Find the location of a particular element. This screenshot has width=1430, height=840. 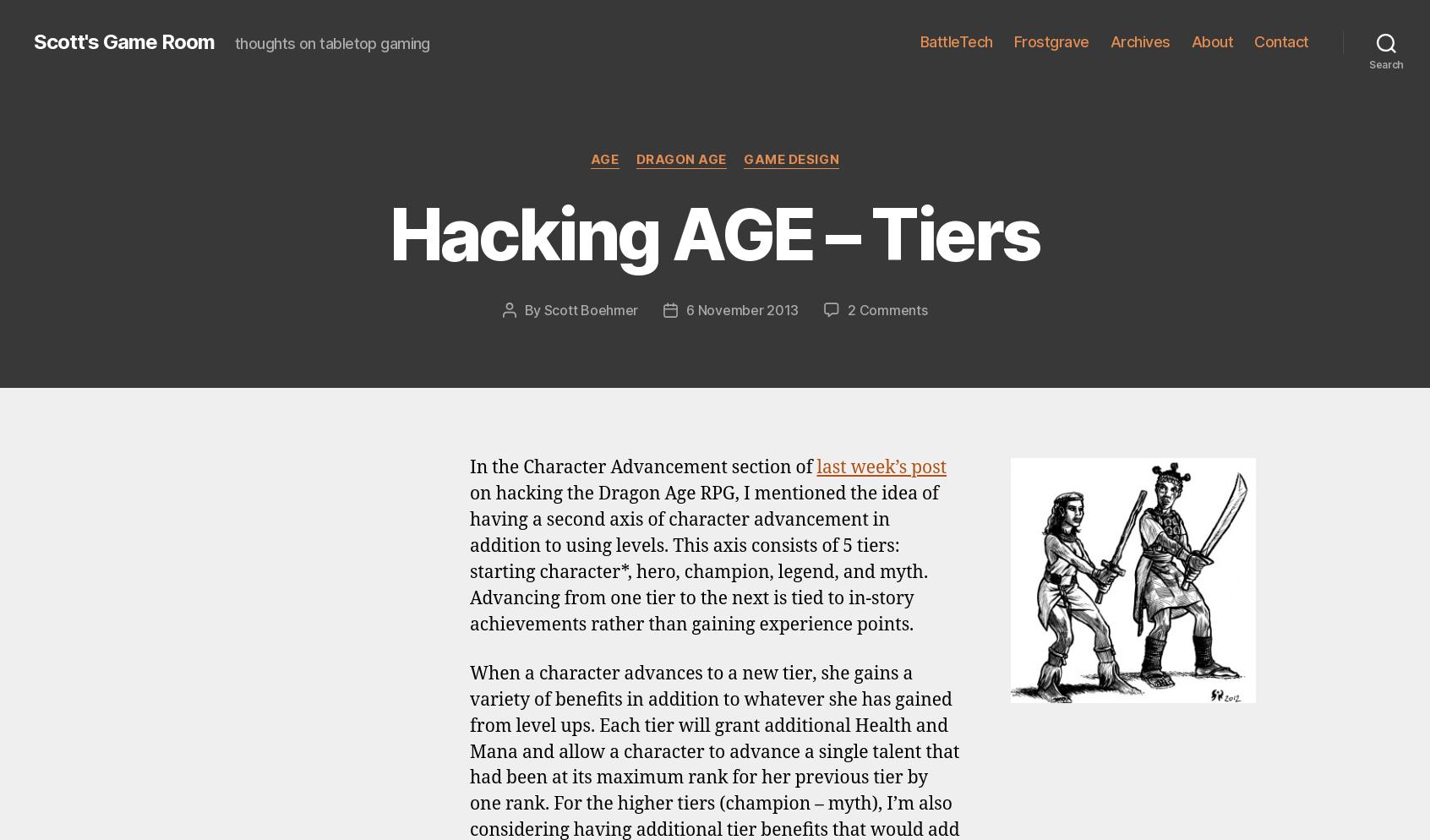

'A game enthusiast and software engineer.' is located at coordinates (697, 534).